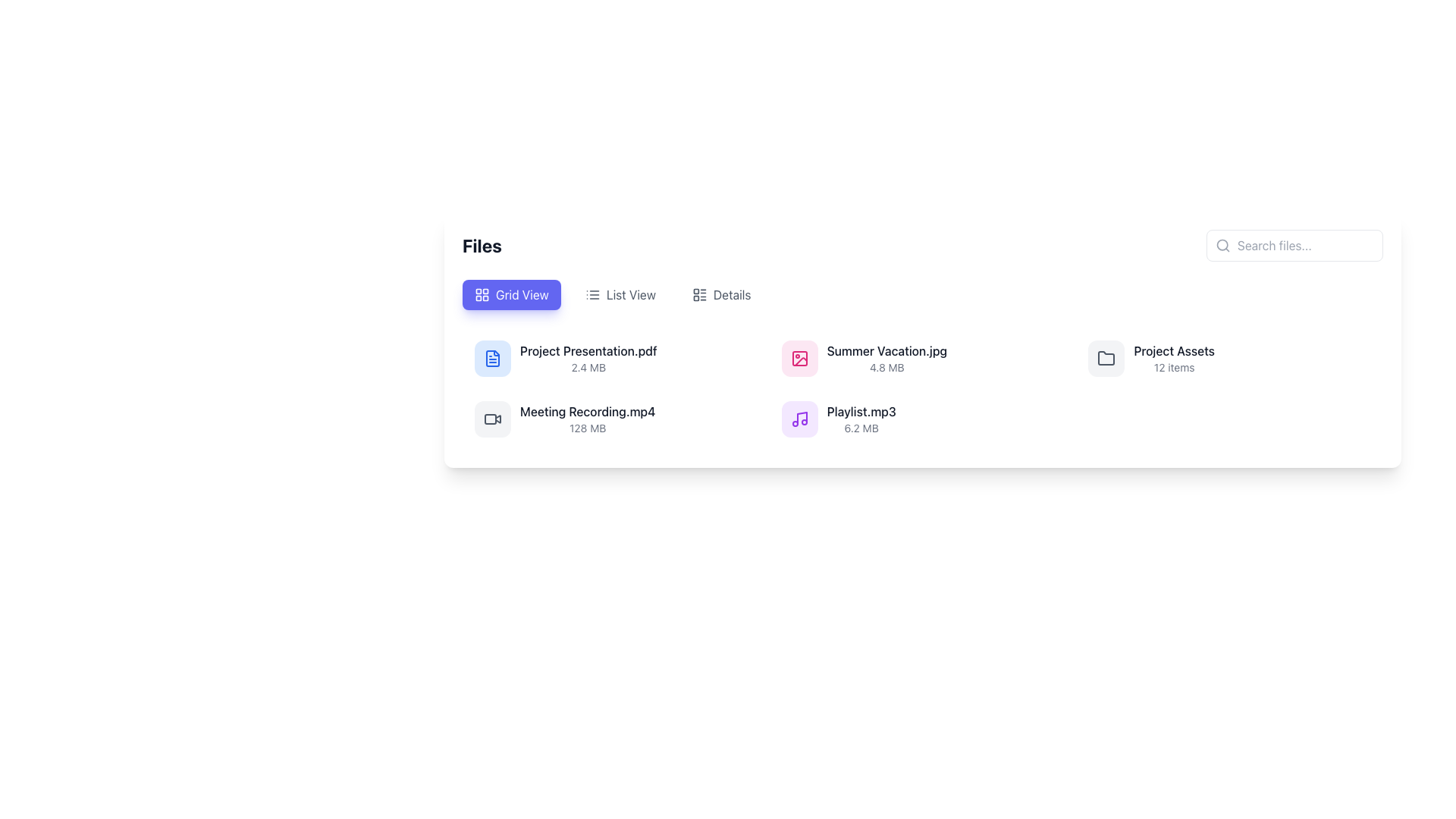 This screenshot has height=819, width=1456. I want to click on the text label that reads '12 items', which is positioned below the 'Project Assets' heading in the top-right corner of the application content area, so click(1173, 368).